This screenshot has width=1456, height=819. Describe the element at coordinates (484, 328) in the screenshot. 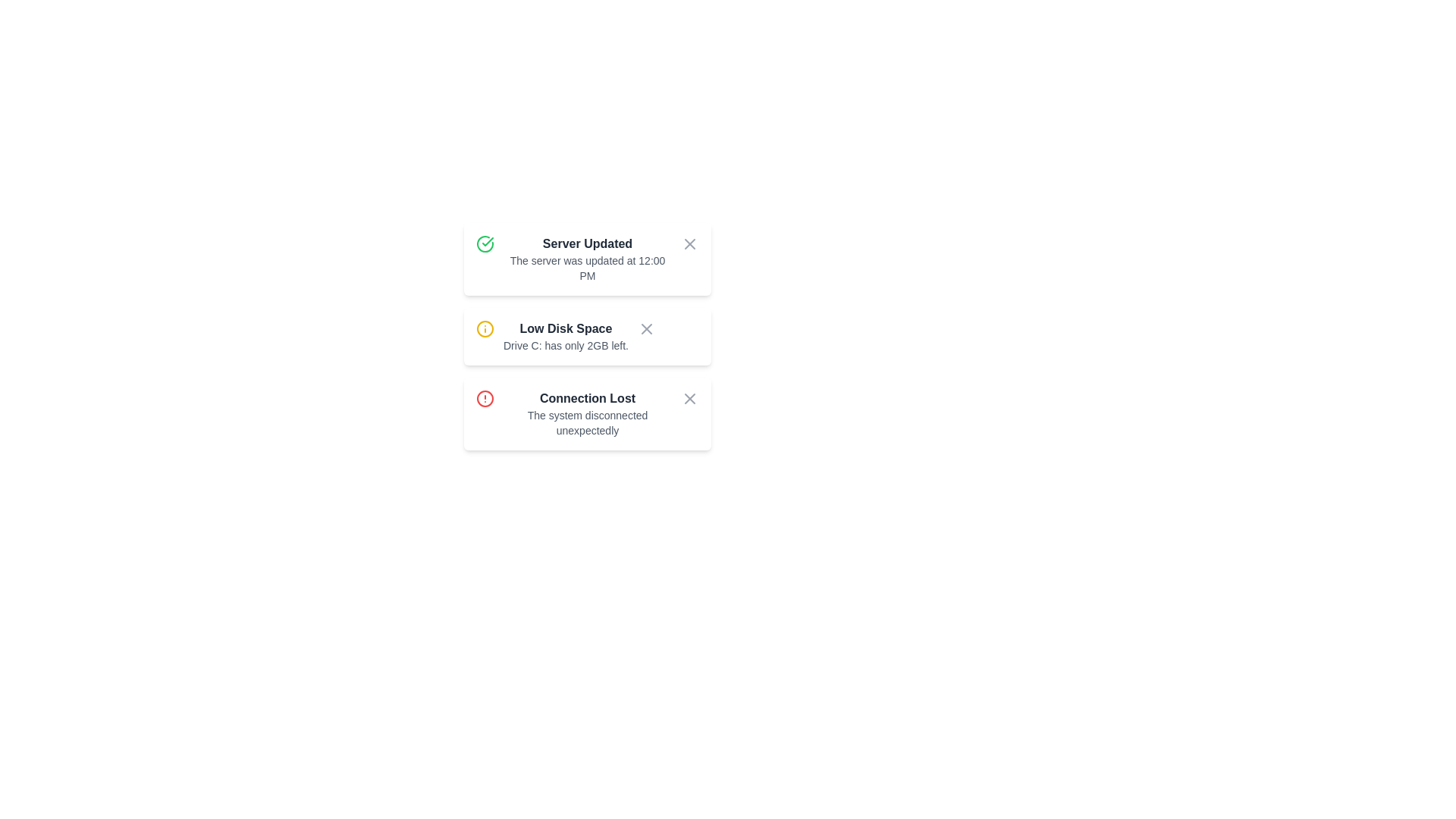

I see `the circular component of the information icon located to the left of the 'Low Disk Space' notification block, which is the second notification in a vertical list` at that location.